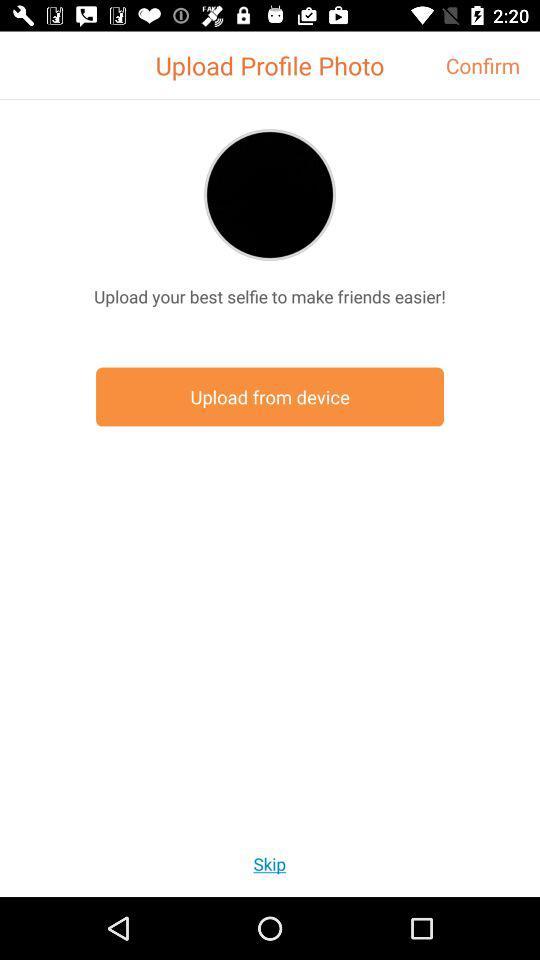 The height and width of the screenshot is (960, 540). I want to click on icon below the upload your best item, so click(270, 396).